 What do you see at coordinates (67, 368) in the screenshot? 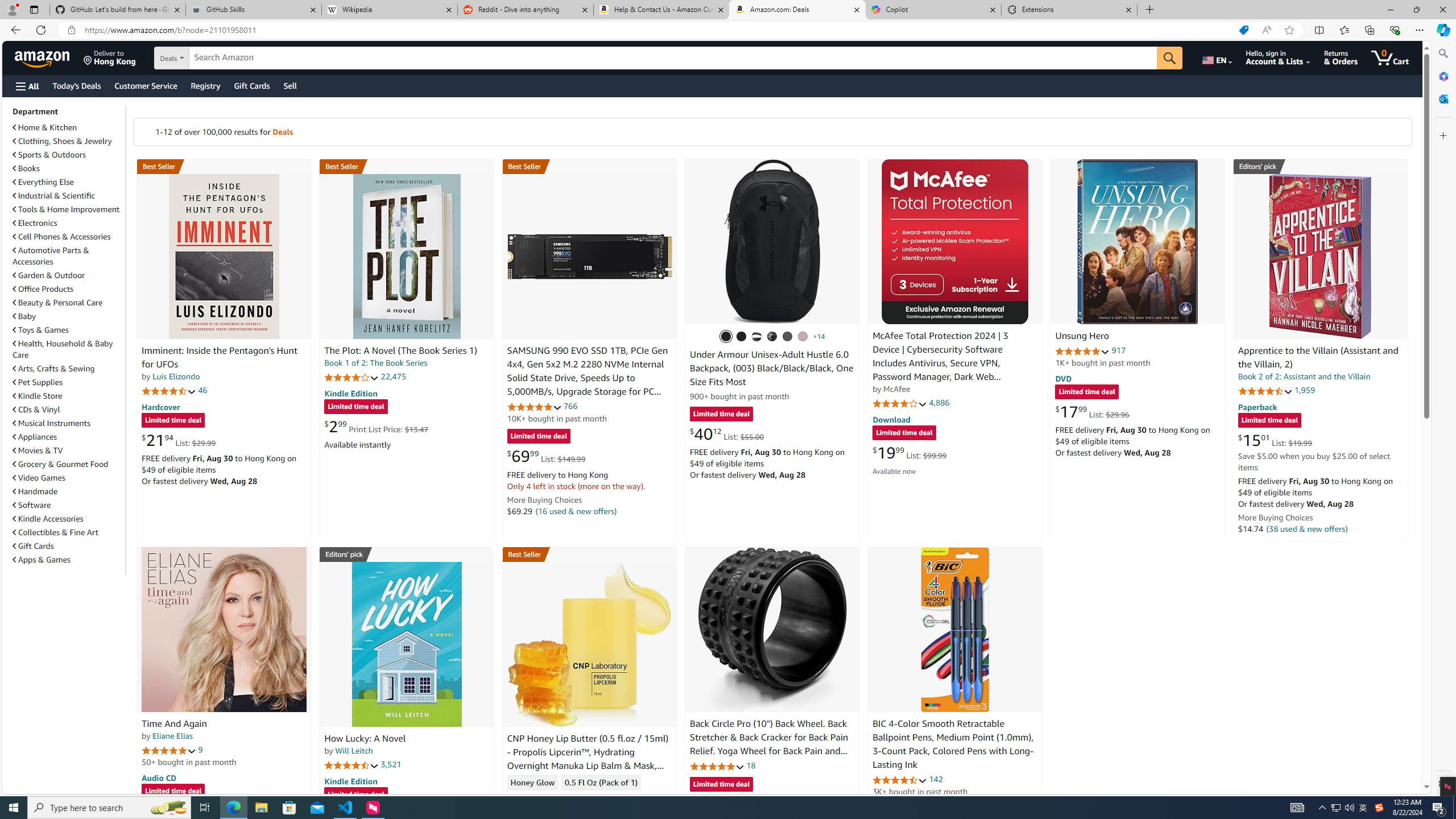
I see `'Arts, Crafts & Sewing'` at bounding box center [67, 368].